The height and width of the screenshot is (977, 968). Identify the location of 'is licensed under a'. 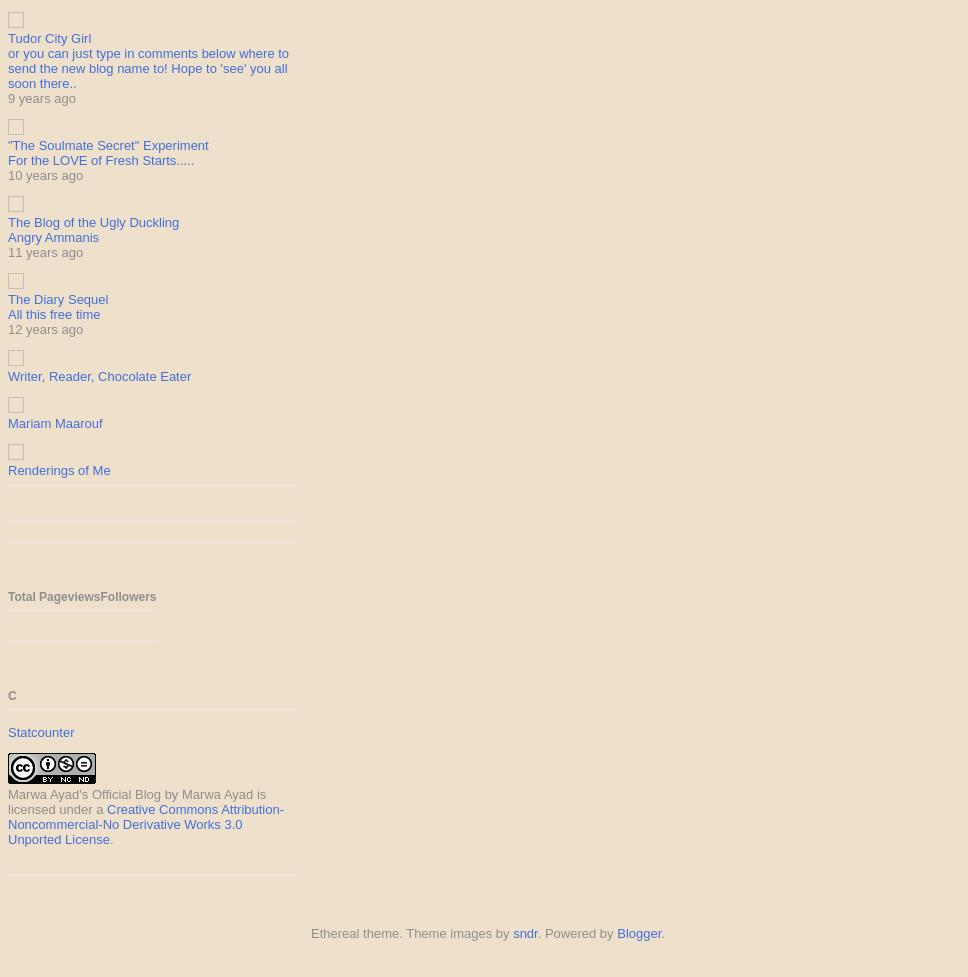
(8, 802).